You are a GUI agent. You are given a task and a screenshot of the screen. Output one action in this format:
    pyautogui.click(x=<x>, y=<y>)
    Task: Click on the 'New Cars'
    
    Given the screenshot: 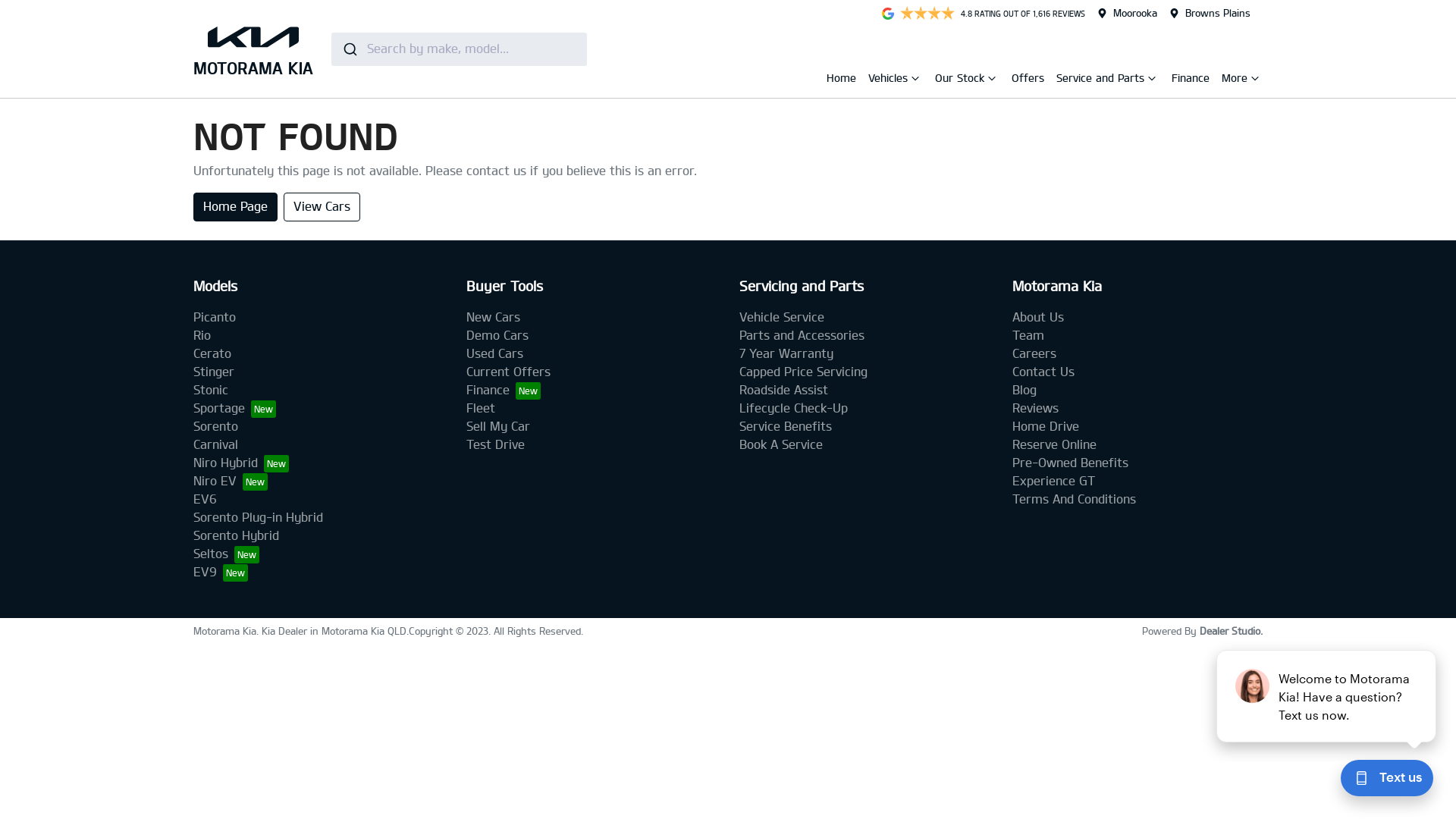 What is the action you would take?
    pyautogui.click(x=493, y=316)
    